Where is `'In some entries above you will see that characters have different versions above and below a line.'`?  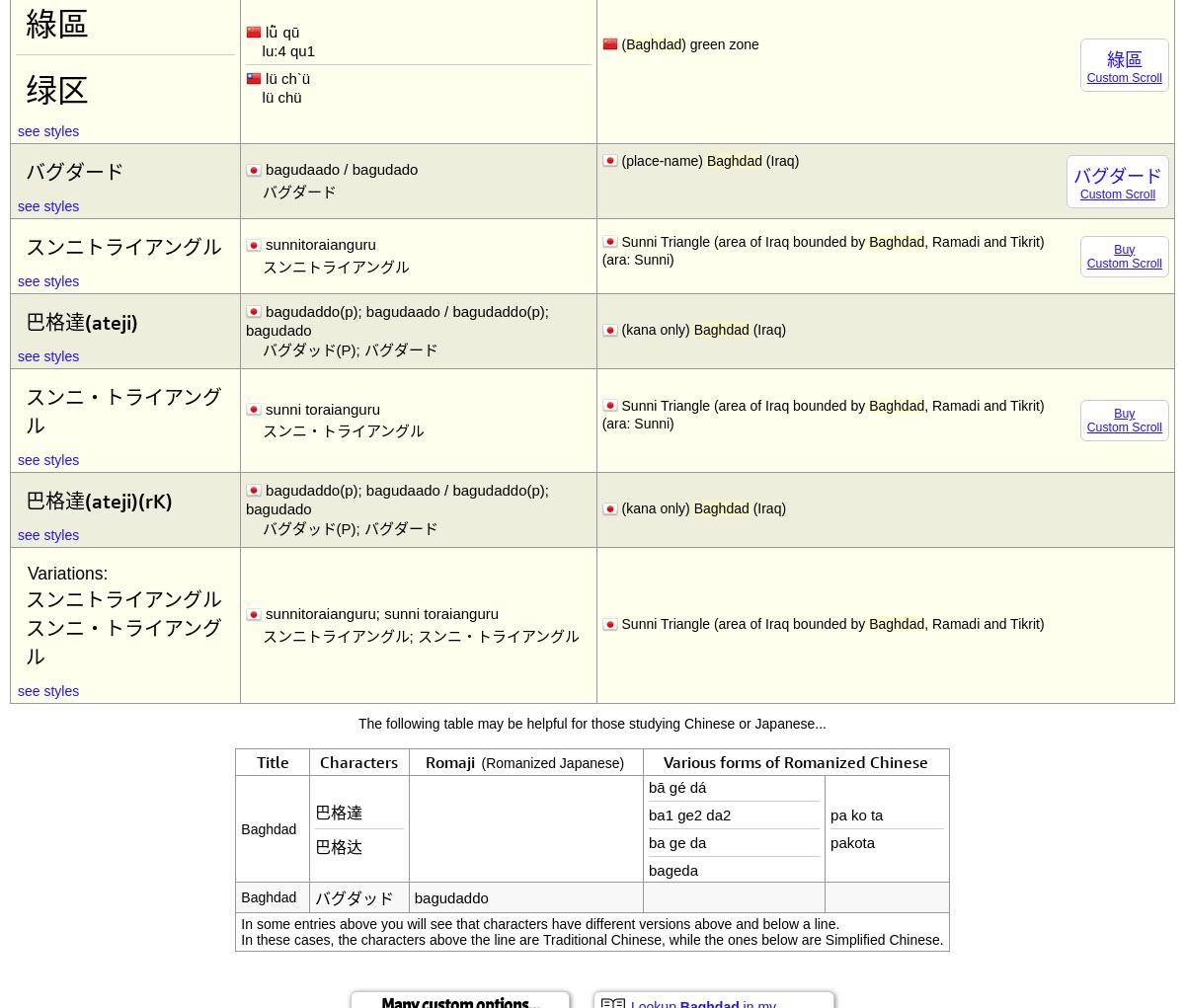 'In some entries above you will see that characters have different versions above and below a line.' is located at coordinates (239, 923).